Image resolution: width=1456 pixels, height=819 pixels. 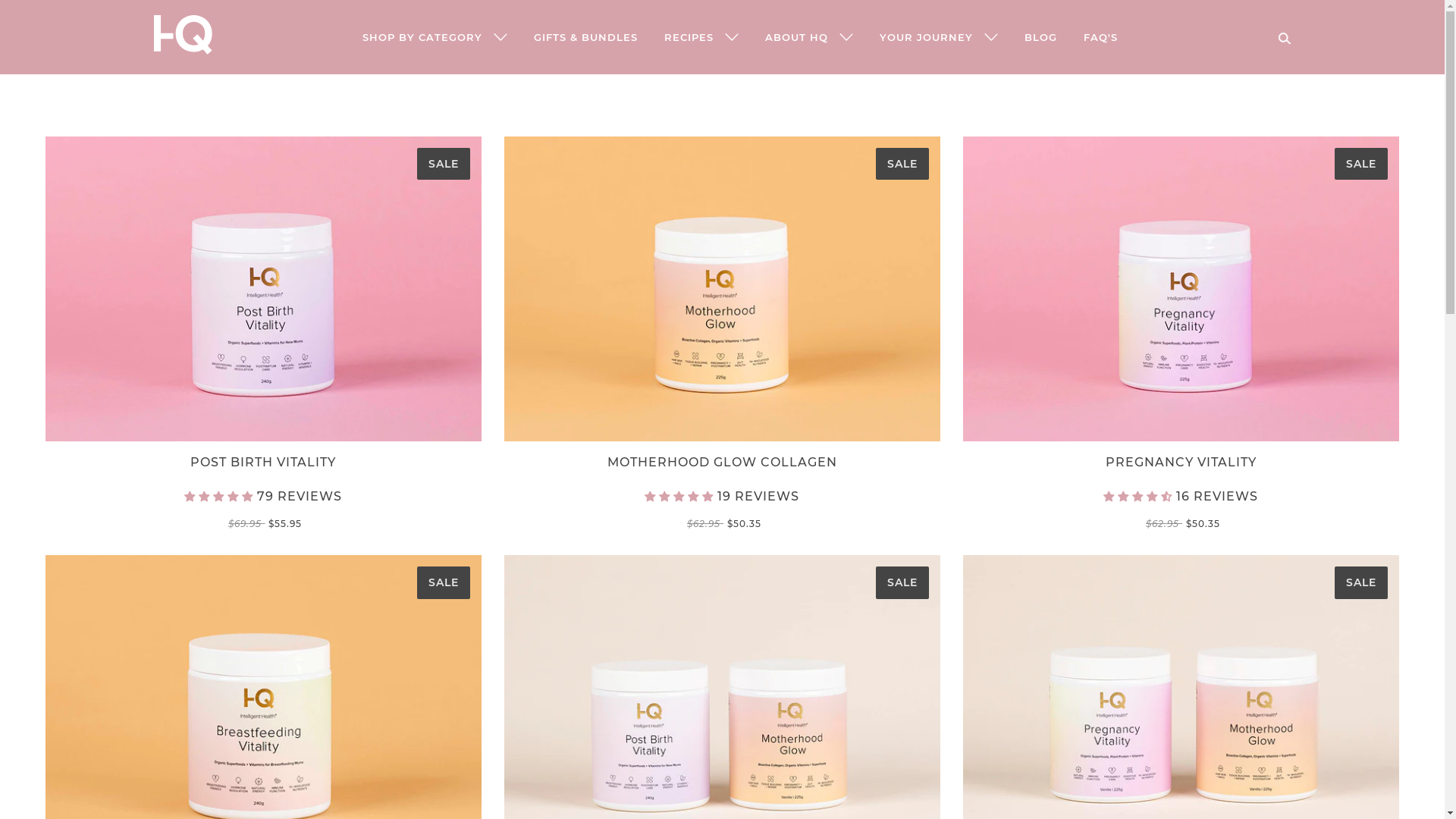 I want to click on 'RECIPES', so click(x=699, y=36).